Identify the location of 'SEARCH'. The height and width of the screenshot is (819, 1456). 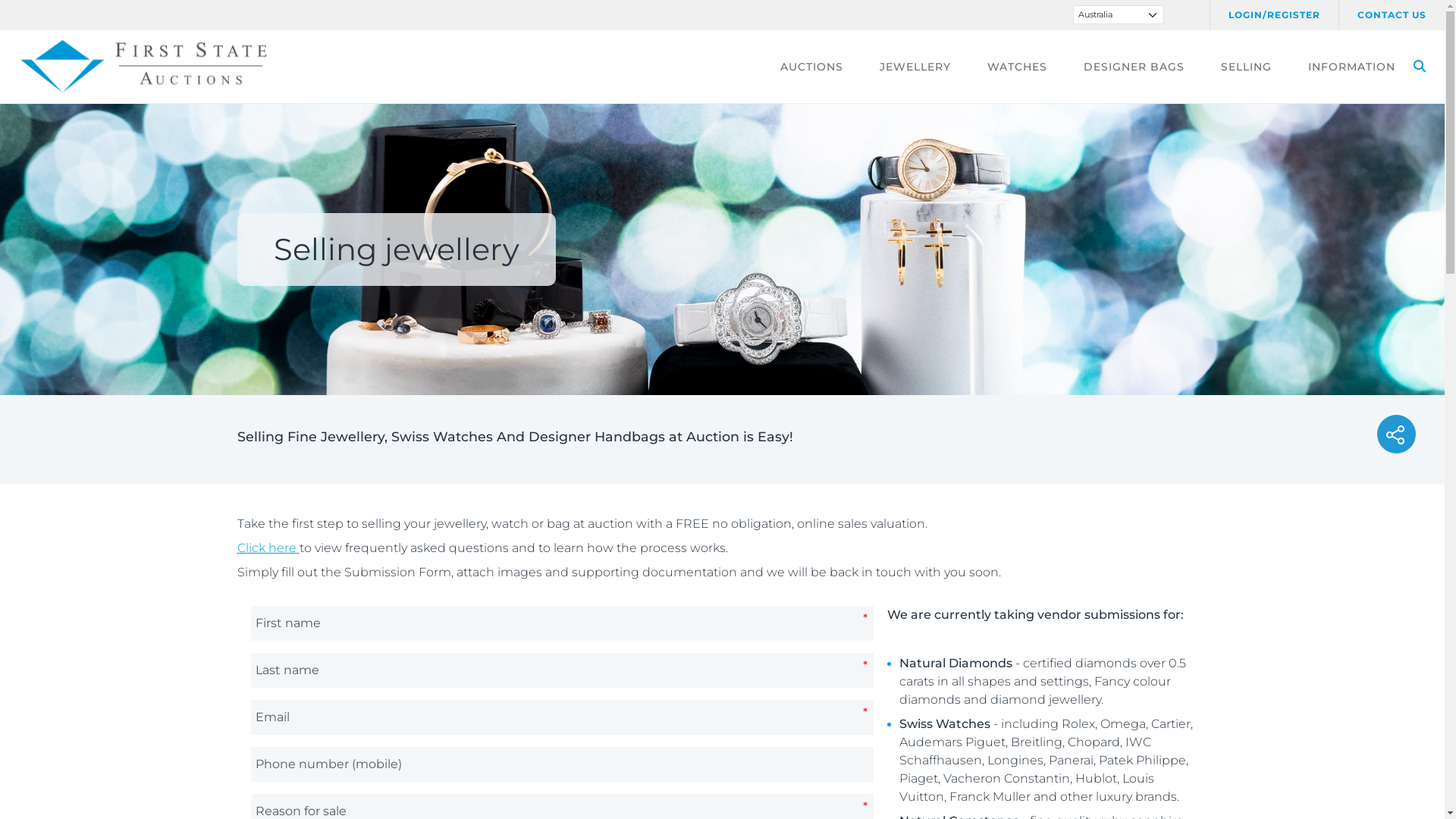
(1419, 66).